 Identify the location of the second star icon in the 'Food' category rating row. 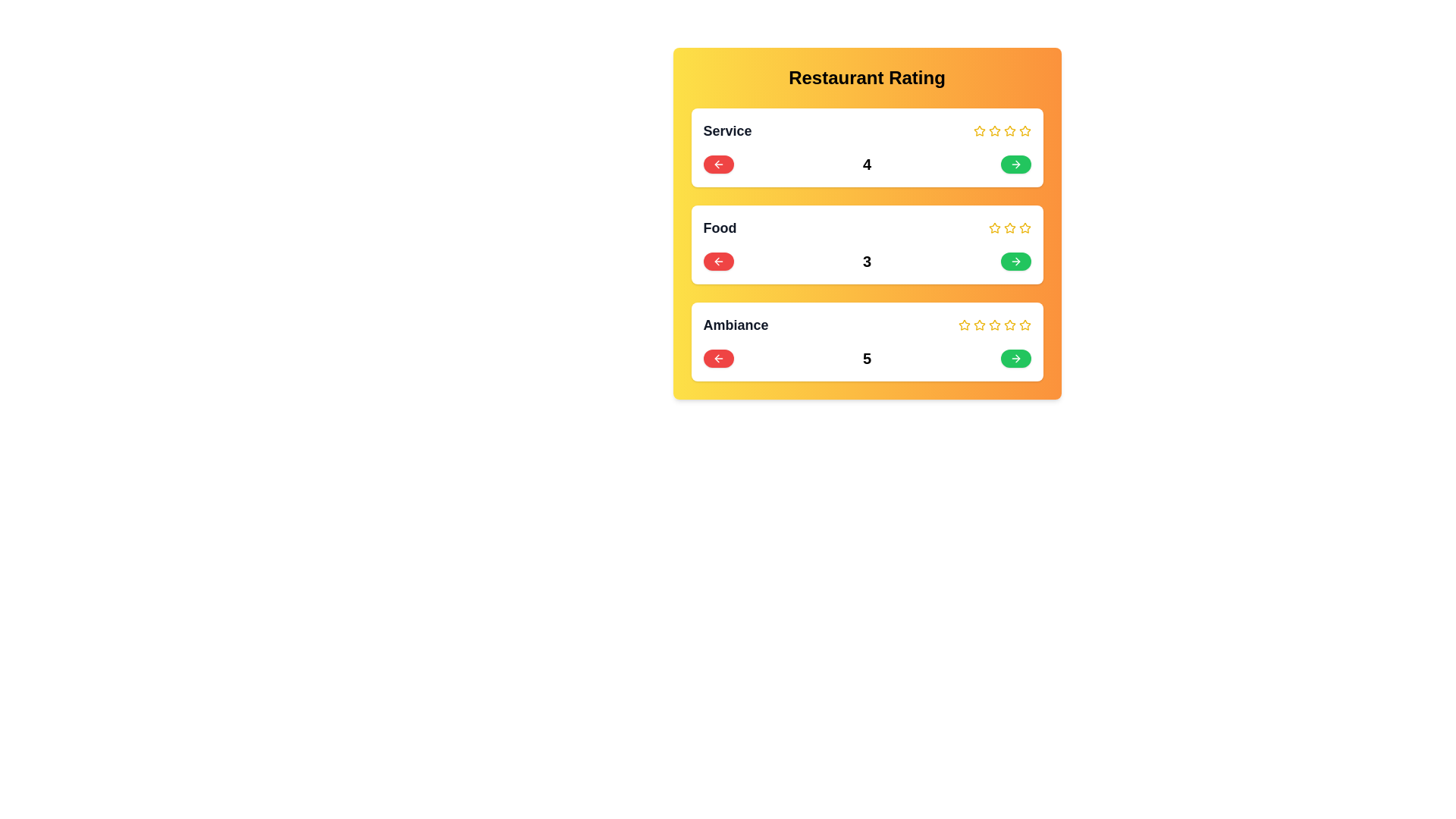
(993, 227).